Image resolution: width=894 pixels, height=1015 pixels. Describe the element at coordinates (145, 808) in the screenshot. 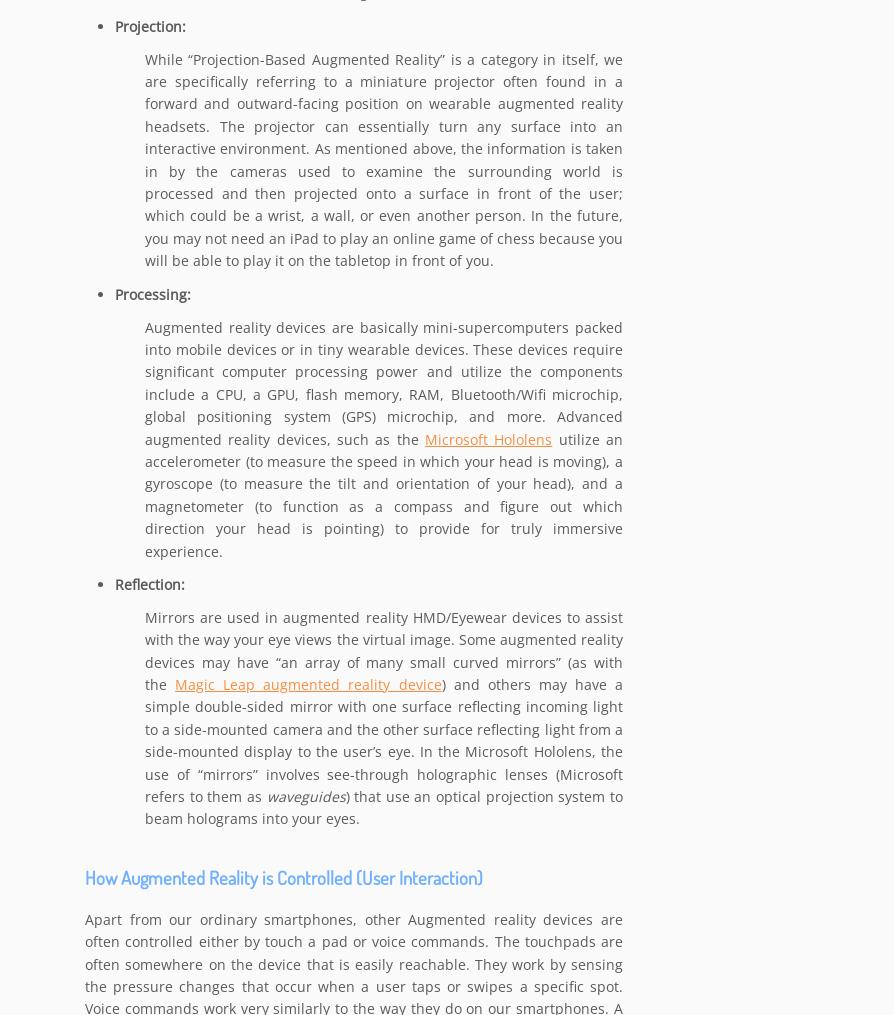

I see `') that use an optical projection system to beam holograms into your eyes.'` at that location.